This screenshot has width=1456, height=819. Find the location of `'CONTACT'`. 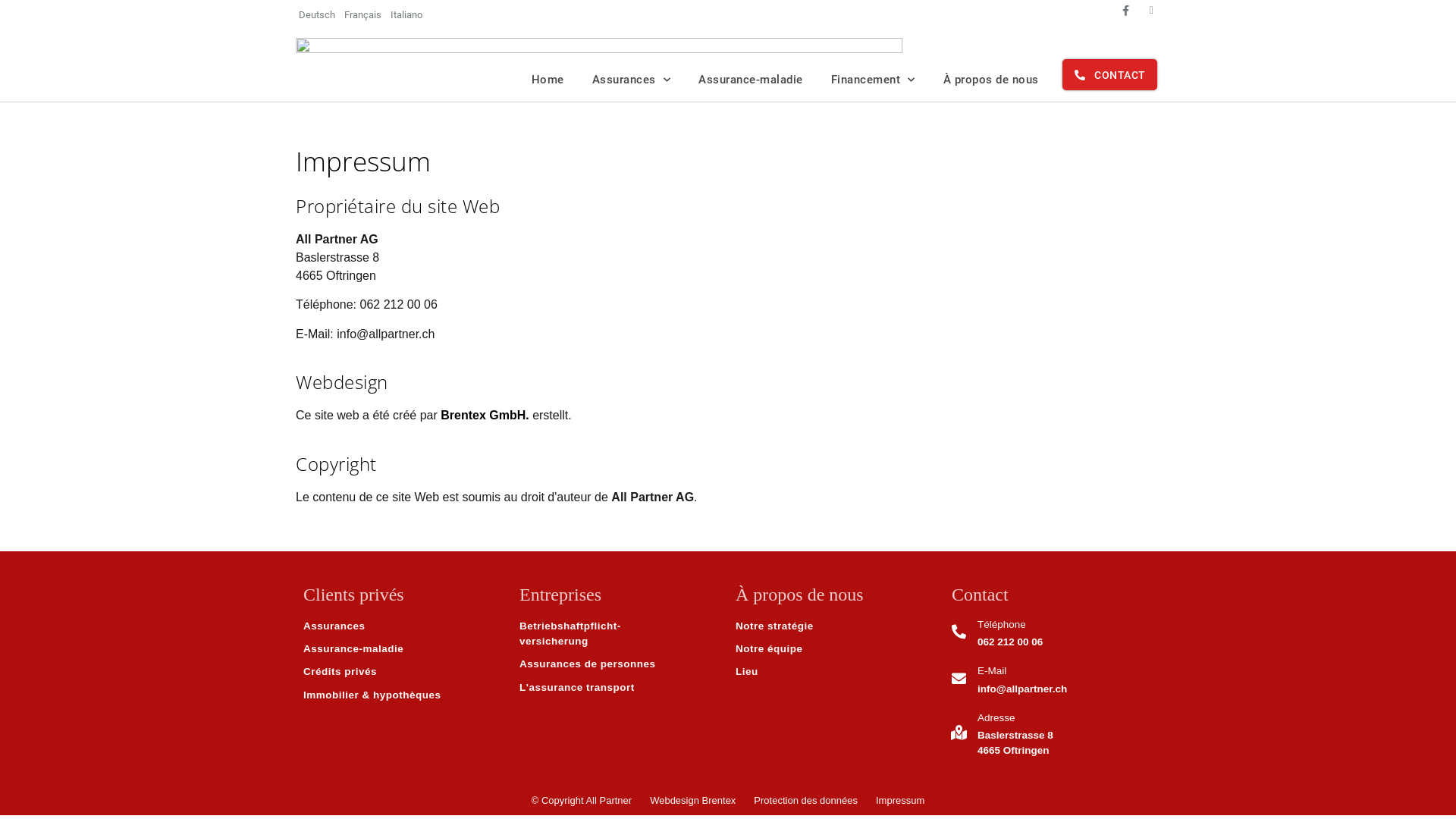

'CONTACT' is located at coordinates (1109, 74).